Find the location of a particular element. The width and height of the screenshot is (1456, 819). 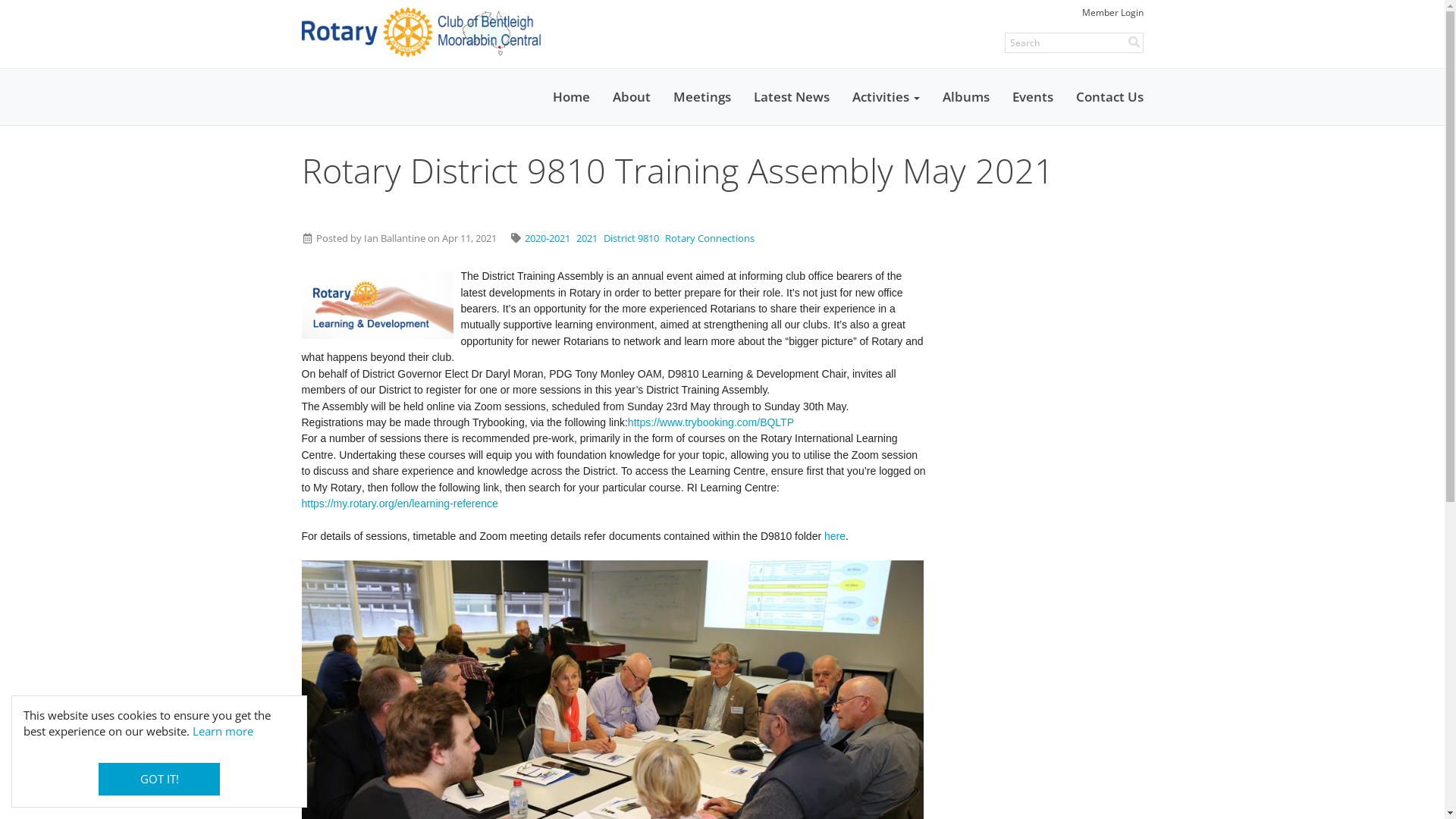

'Latest News' is located at coordinates (742, 96).